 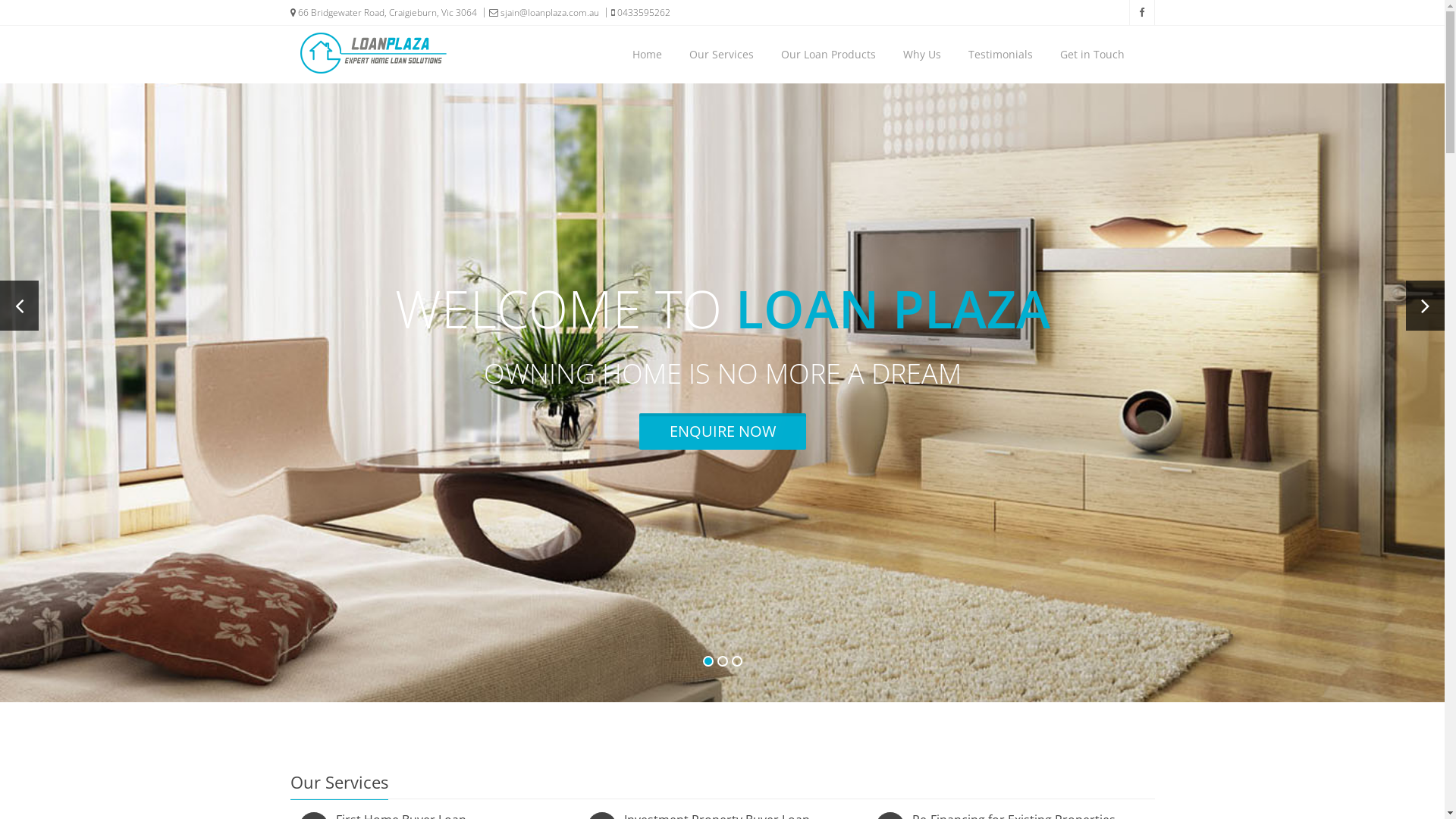 I want to click on '0433595262', so click(x=635, y=12).